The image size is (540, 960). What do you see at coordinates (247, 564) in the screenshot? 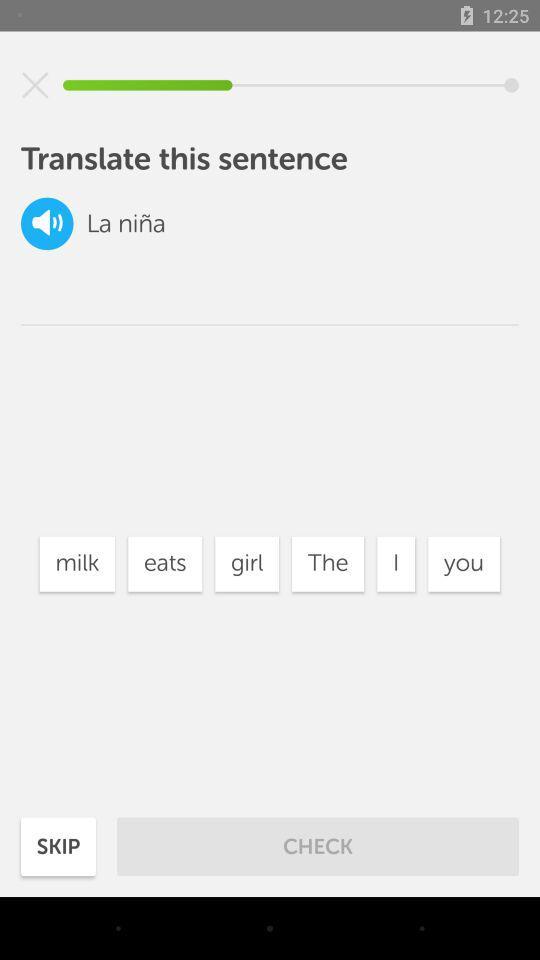
I see `icon next to the eats item` at bounding box center [247, 564].